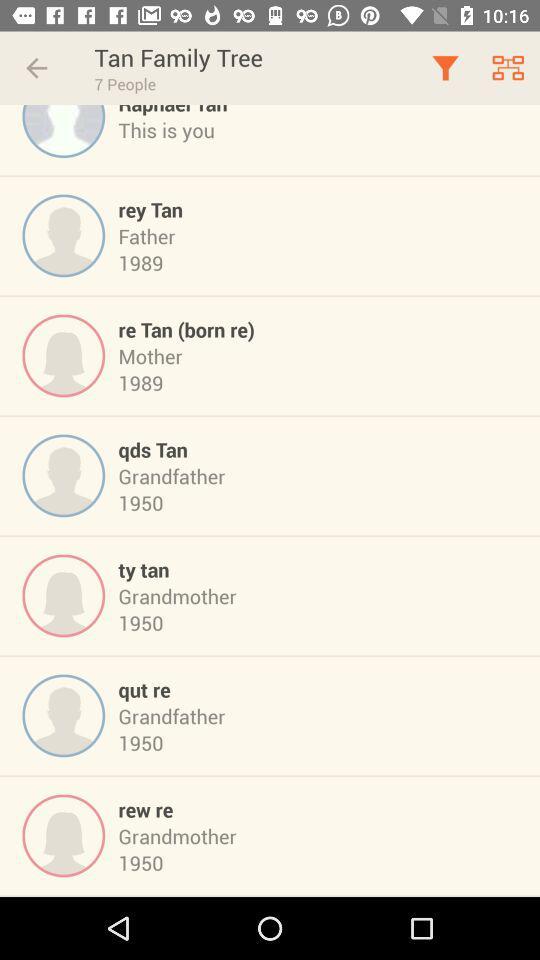 Image resolution: width=540 pixels, height=960 pixels. I want to click on the item next to tan family tree item, so click(36, 68).